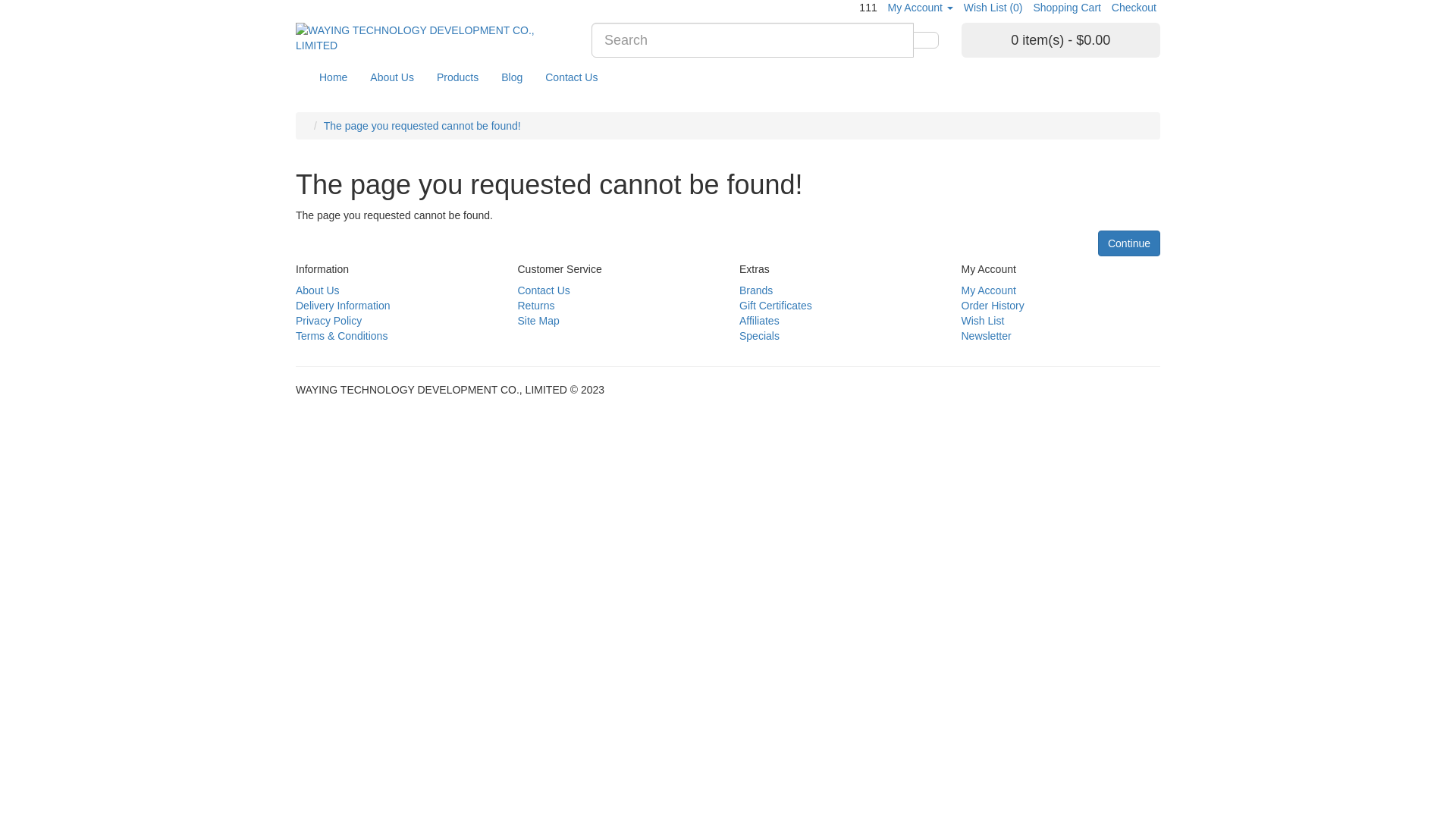 The image size is (1456, 819). What do you see at coordinates (535, 305) in the screenshot?
I see `'Returns'` at bounding box center [535, 305].